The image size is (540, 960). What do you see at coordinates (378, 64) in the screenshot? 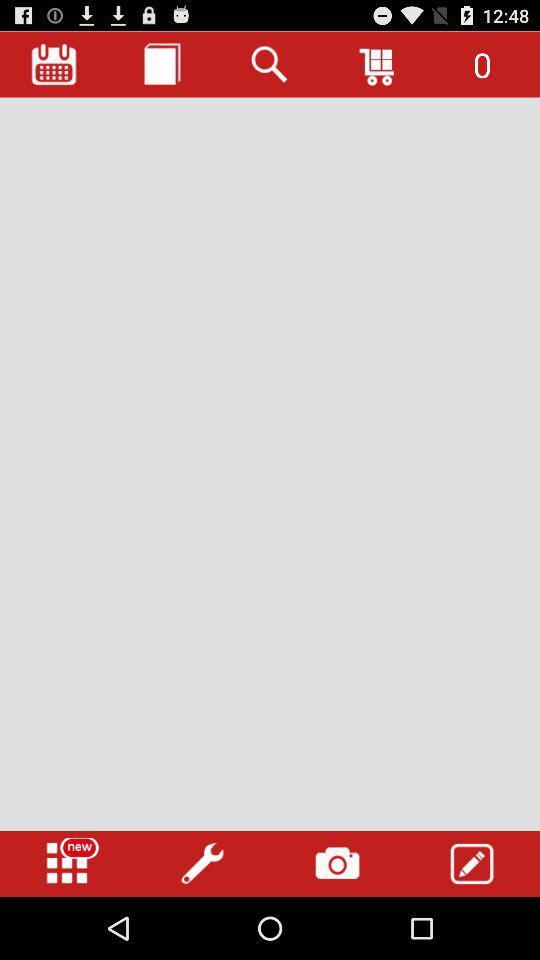
I see `icon next to 0 item` at bounding box center [378, 64].